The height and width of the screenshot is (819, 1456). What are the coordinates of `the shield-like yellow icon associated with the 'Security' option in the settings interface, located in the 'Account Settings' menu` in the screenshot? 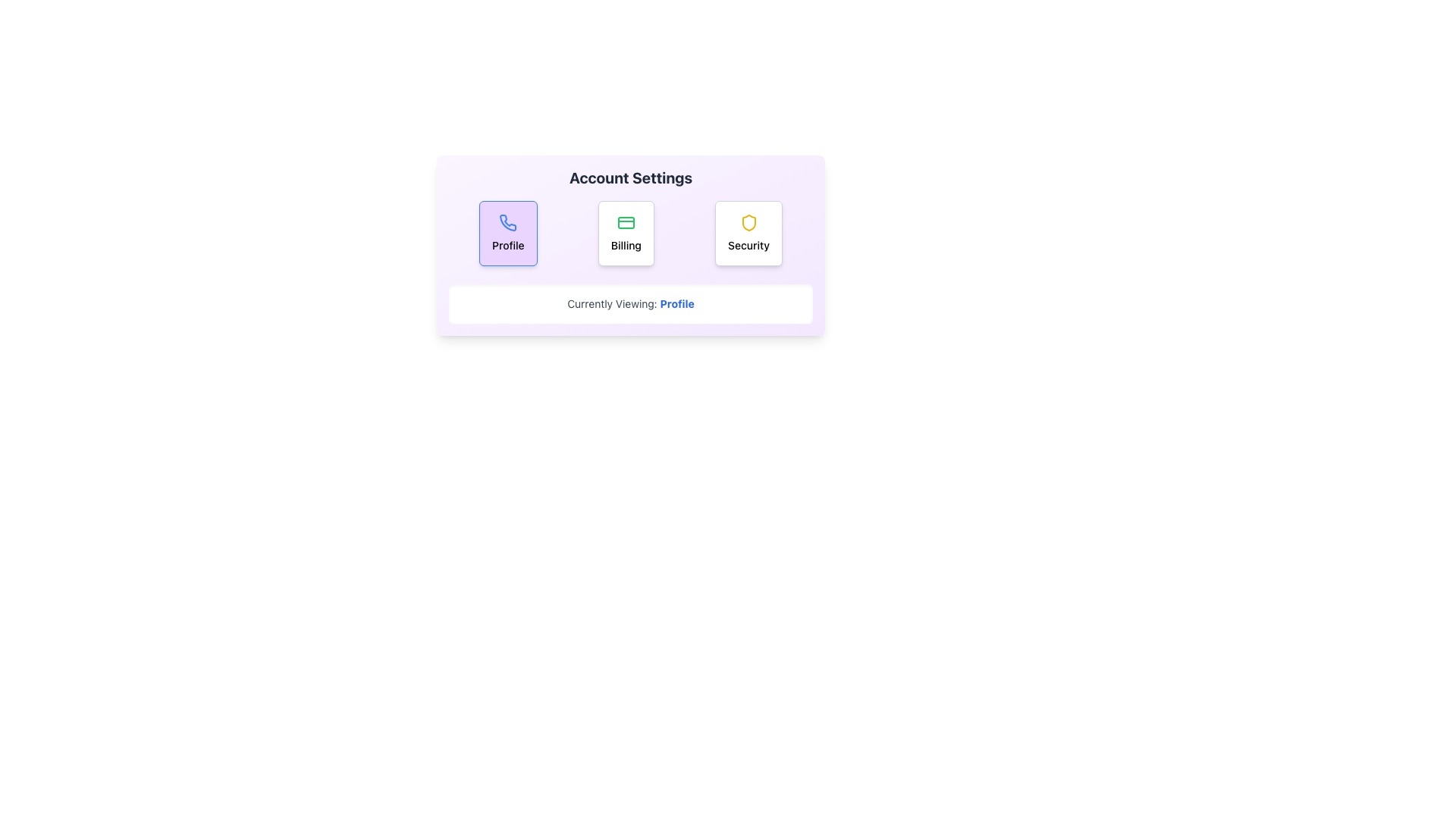 It's located at (748, 222).